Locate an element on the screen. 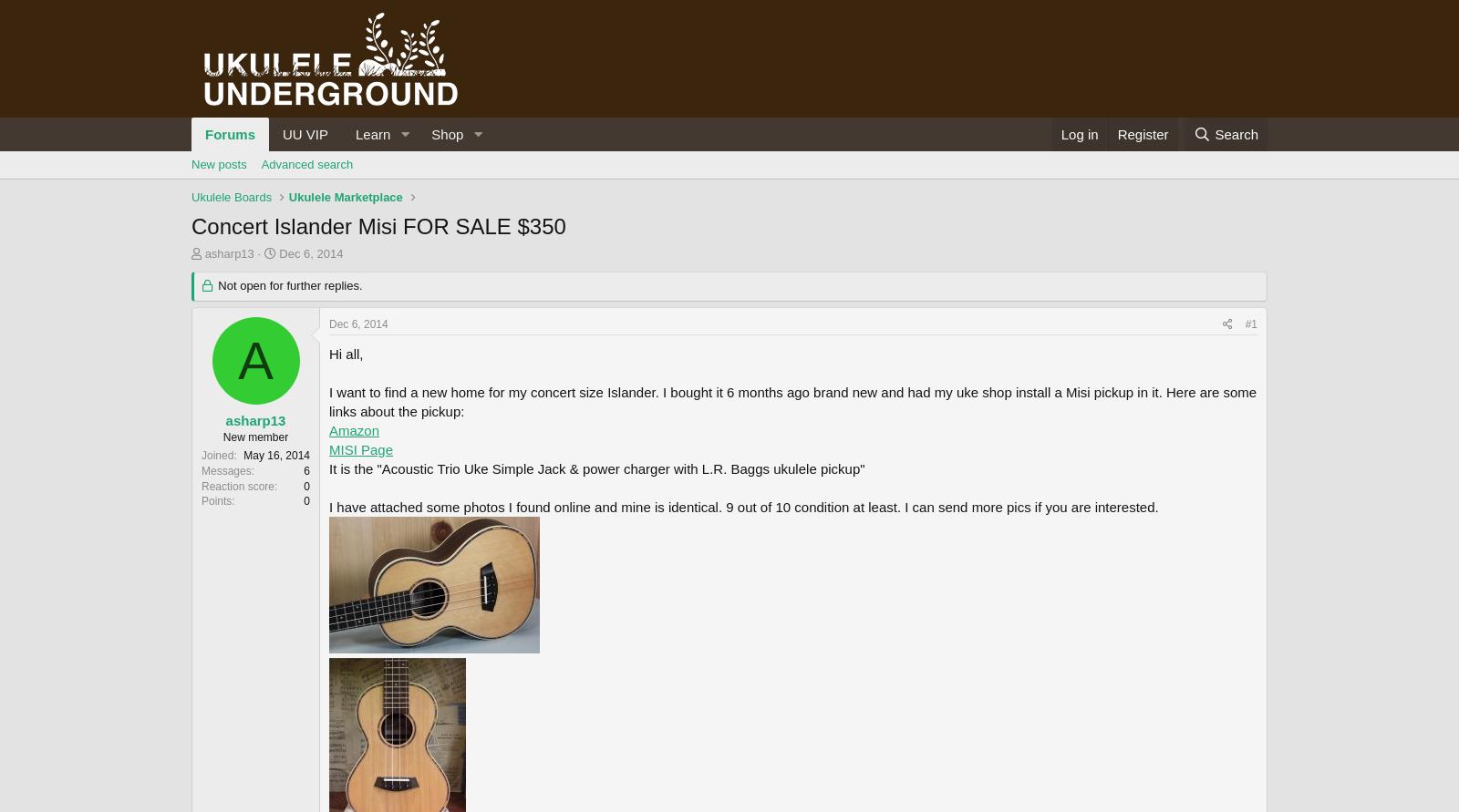  'New member' is located at coordinates (255, 436).